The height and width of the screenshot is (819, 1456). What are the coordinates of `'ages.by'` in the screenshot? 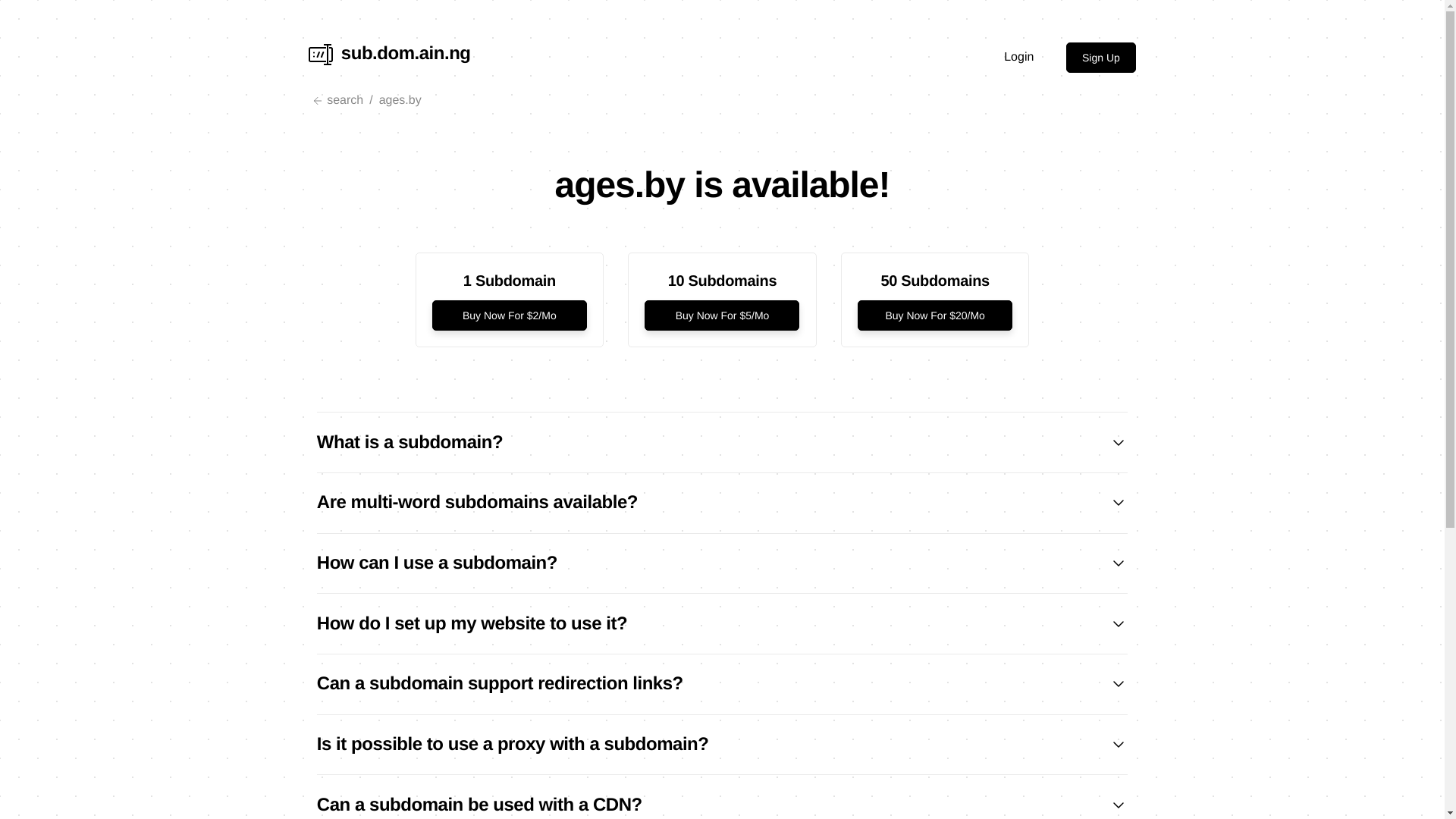 It's located at (400, 100).